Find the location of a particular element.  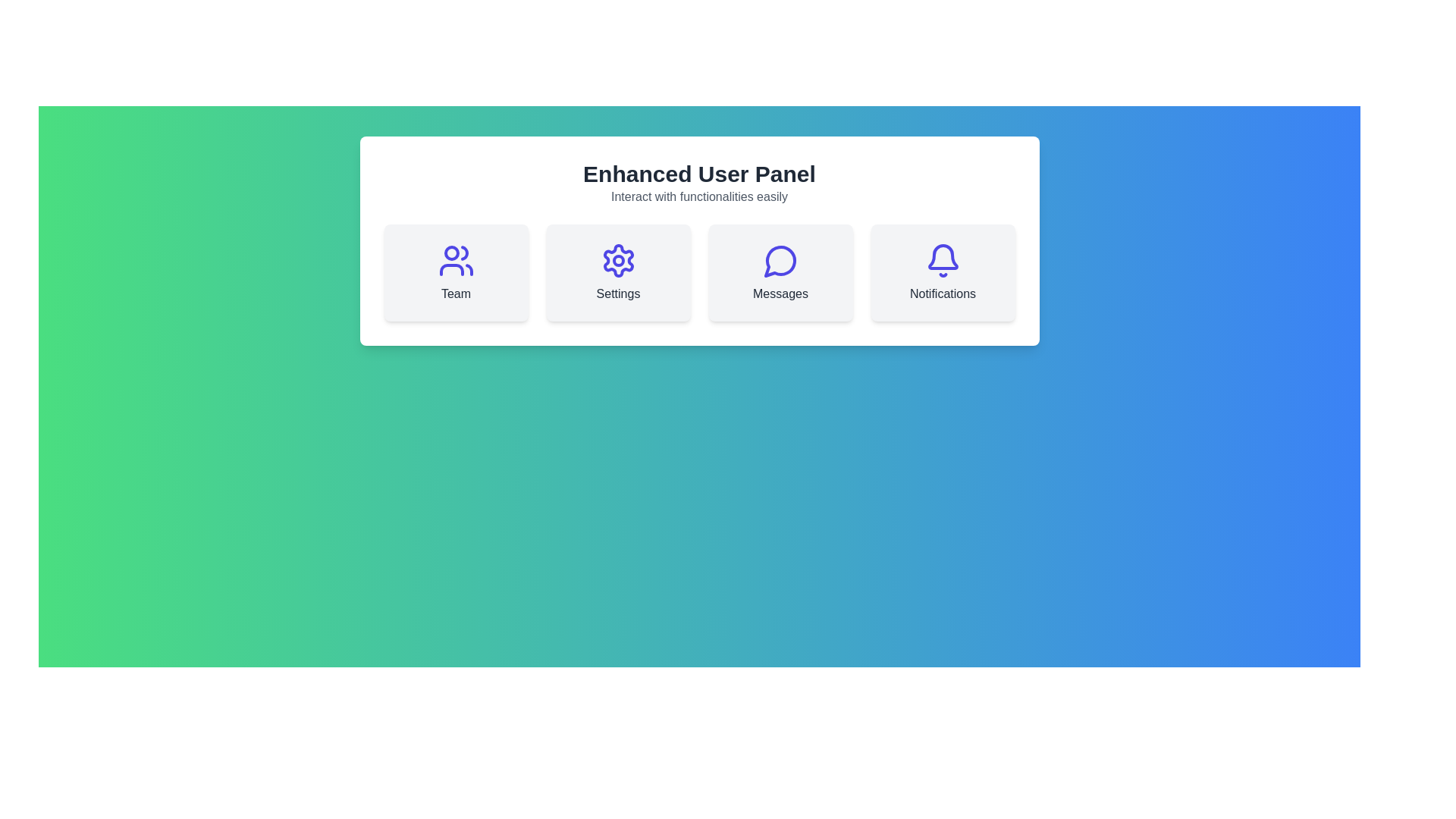

text of the Text Label situated directly underneath the bold header 'Enhanced User Panel' is located at coordinates (698, 196).